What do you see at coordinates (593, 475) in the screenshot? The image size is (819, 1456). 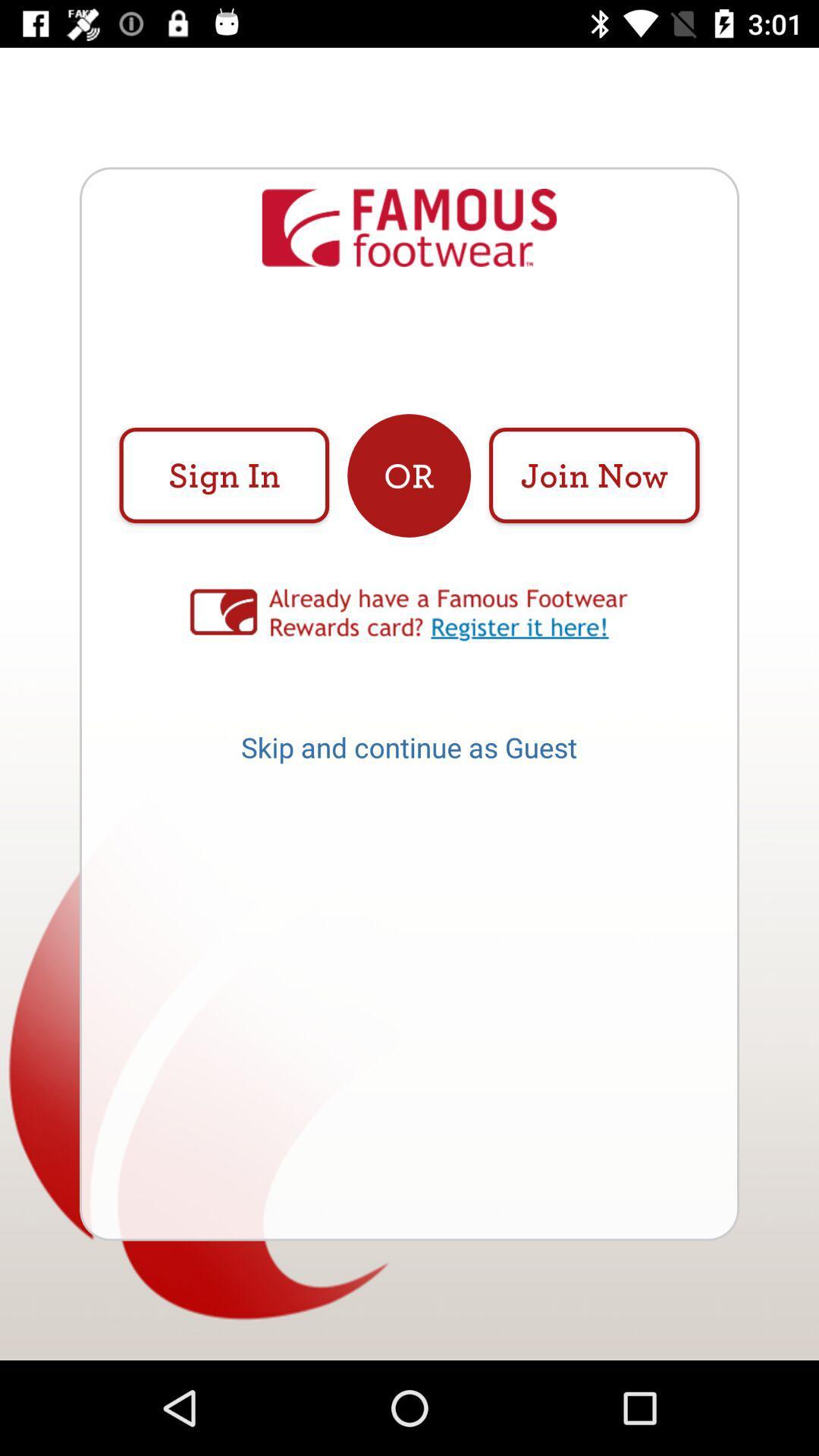 I see `the item to the right of the or` at bounding box center [593, 475].